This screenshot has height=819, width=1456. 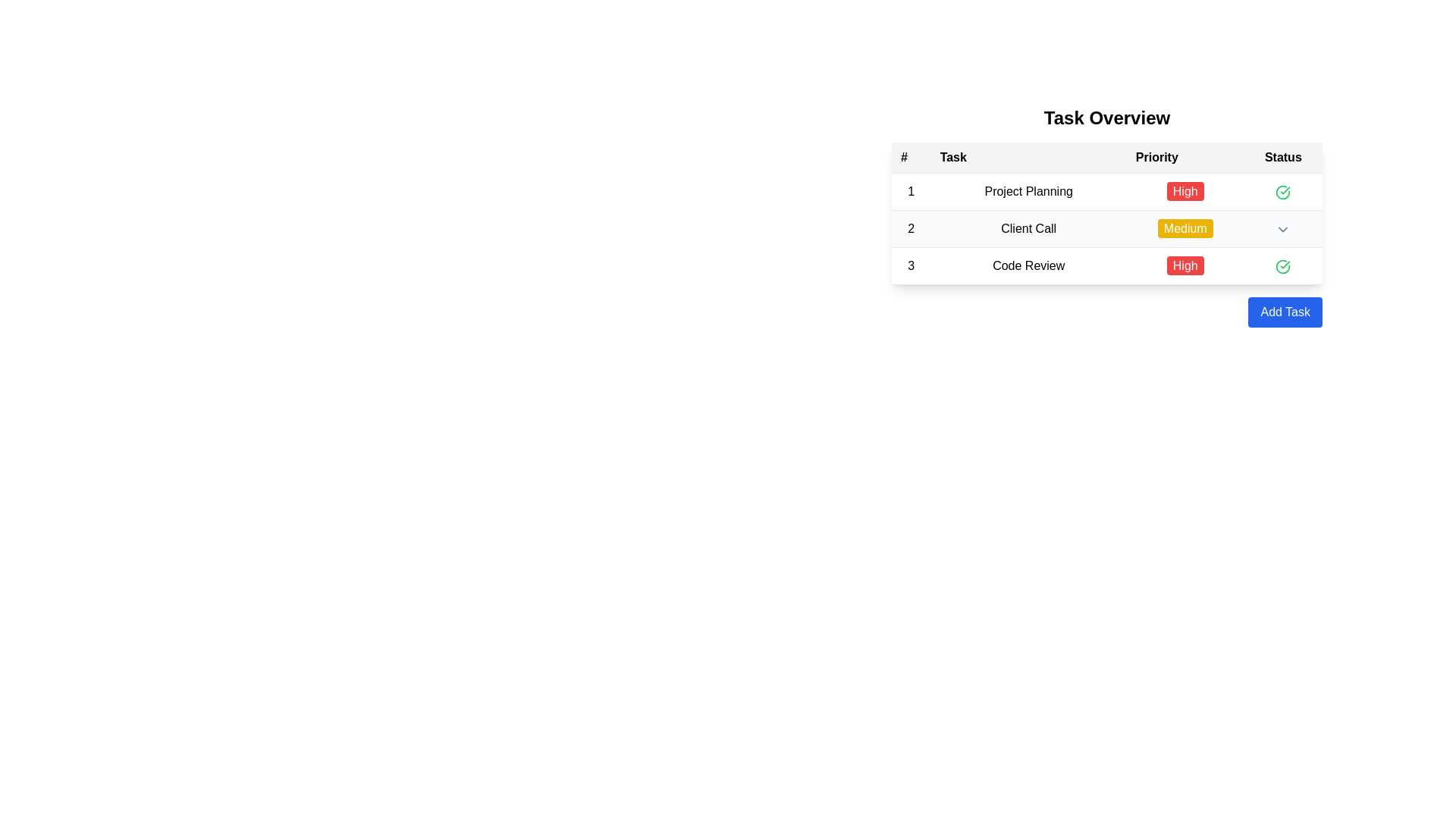 What do you see at coordinates (1185, 228) in the screenshot?
I see `the rectangular button with a yellow background labeled 'Medium' located in the 'Priority' column of row '2' under 'Task Overview'` at bounding box center [1185, 228].